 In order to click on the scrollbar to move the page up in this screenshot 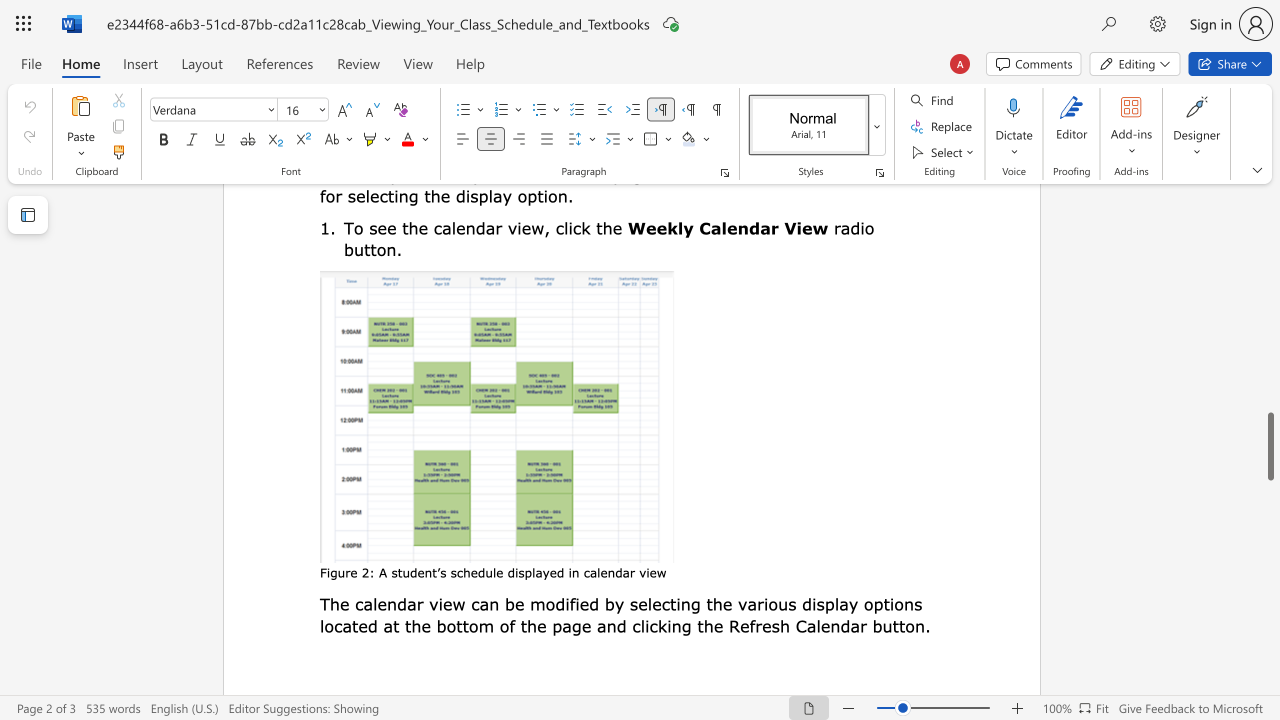, I will do `click(1269, 280)`.